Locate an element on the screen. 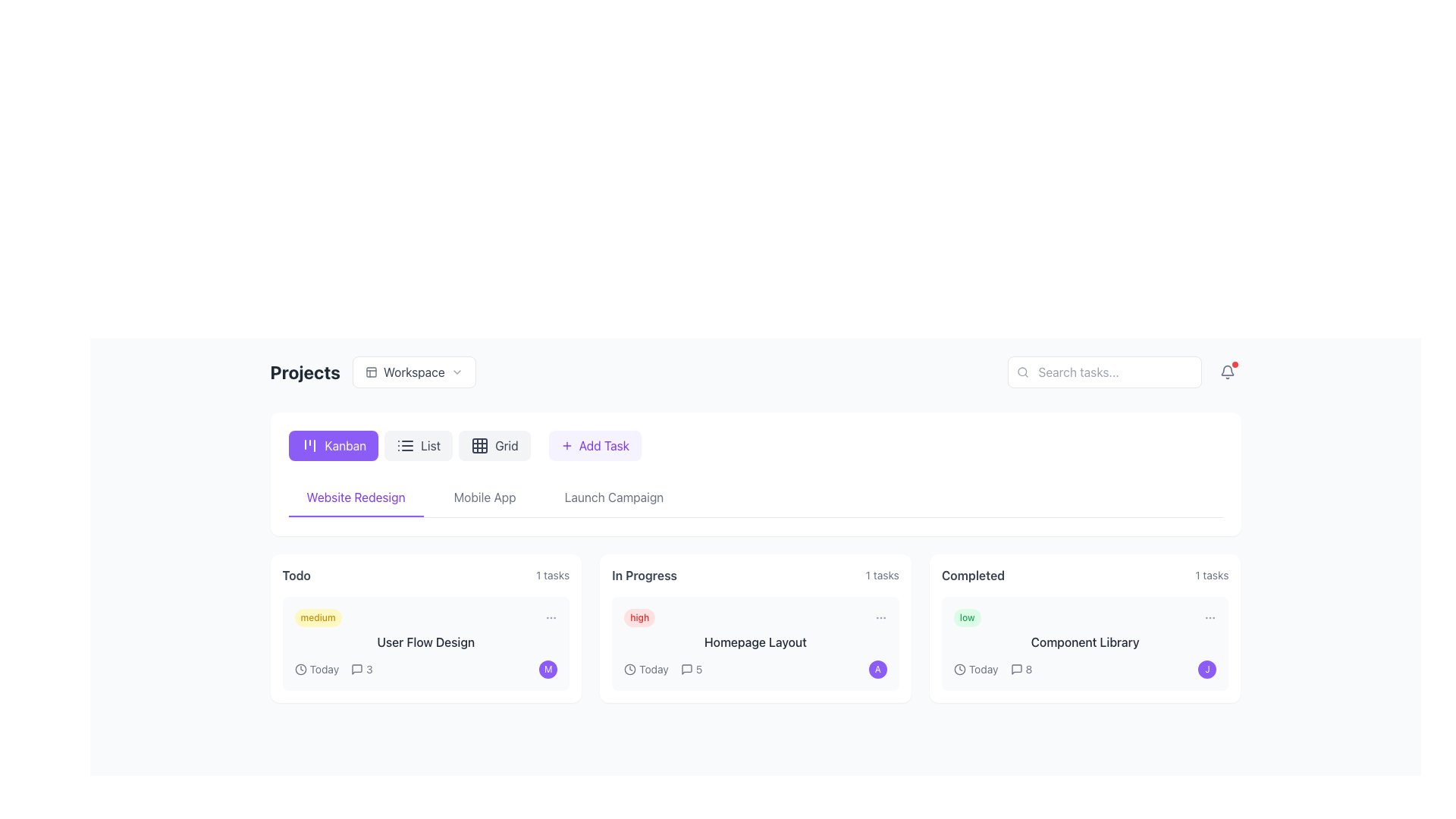 This screenshot has height=819, width=1456. the text of the title or identifier for a task in the 'In Progress' section of the Kanban board, located just below the 'high' label is located at coordinates (755, 642).